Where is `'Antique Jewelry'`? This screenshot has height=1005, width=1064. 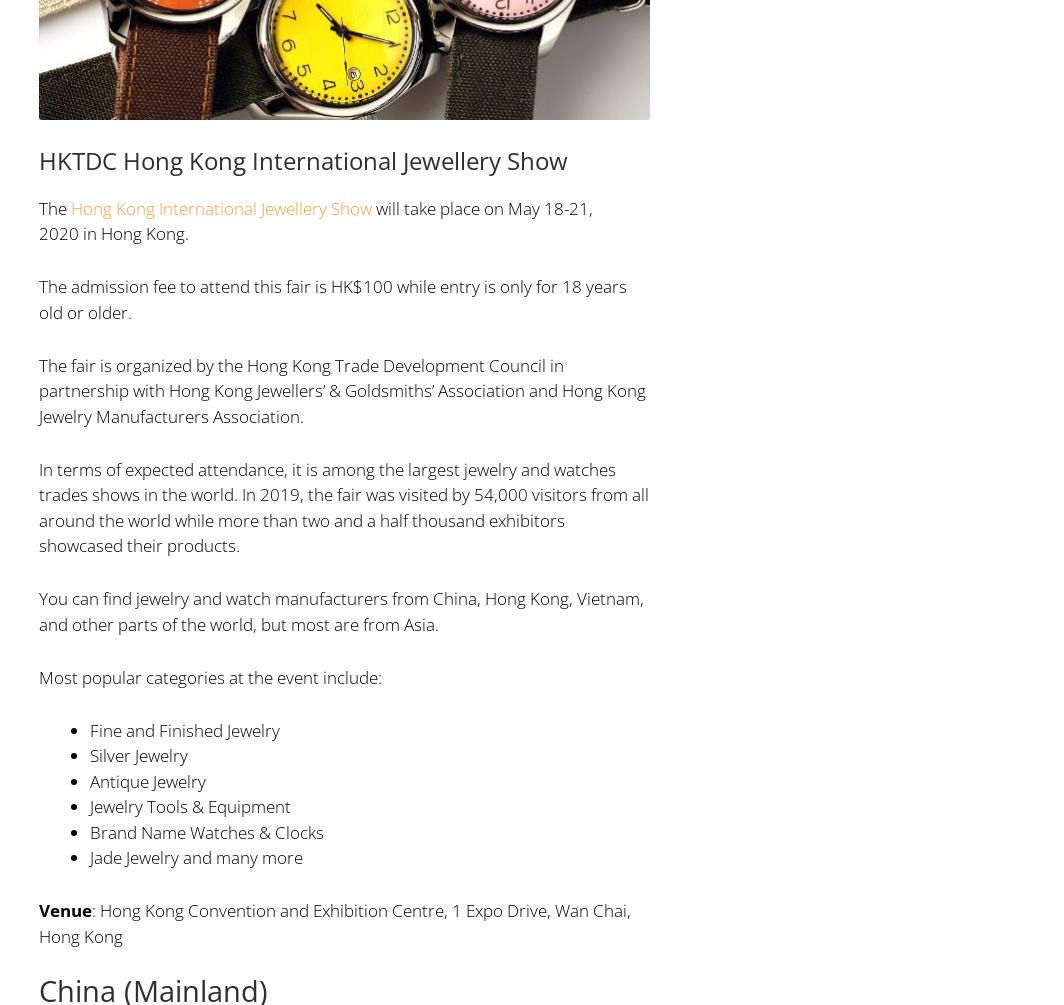
'Antique Jewelry' is located at coordinates (147, 780).